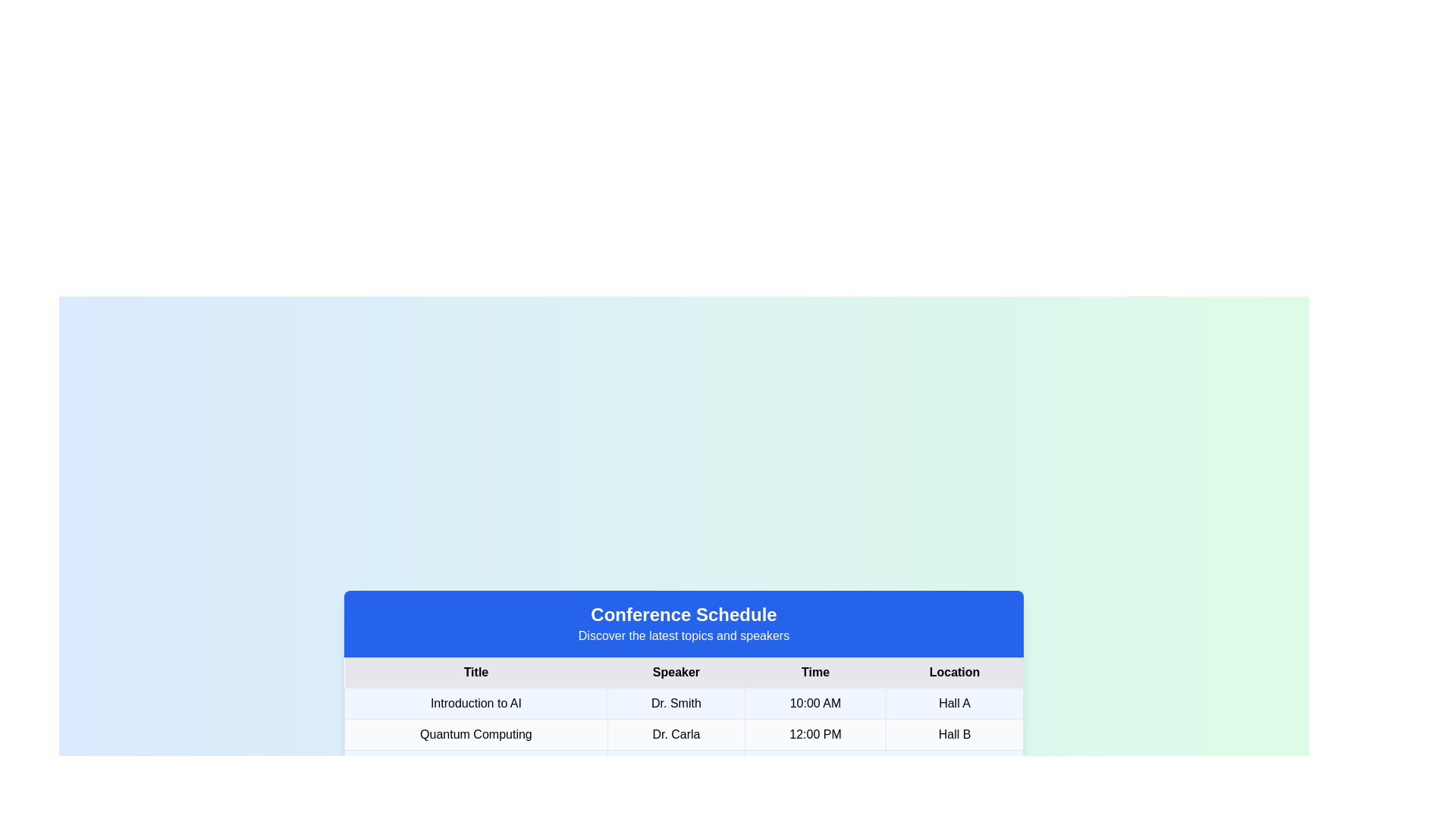 This screenshot has height=819, width=1456. What do you see at coordinates (683, 704) in the screenshot?
I see `to select the first row in the conference schedule table, which contains details about a conference session including the topic, speaker, timing, and venue` at bounding box center [683, 704].